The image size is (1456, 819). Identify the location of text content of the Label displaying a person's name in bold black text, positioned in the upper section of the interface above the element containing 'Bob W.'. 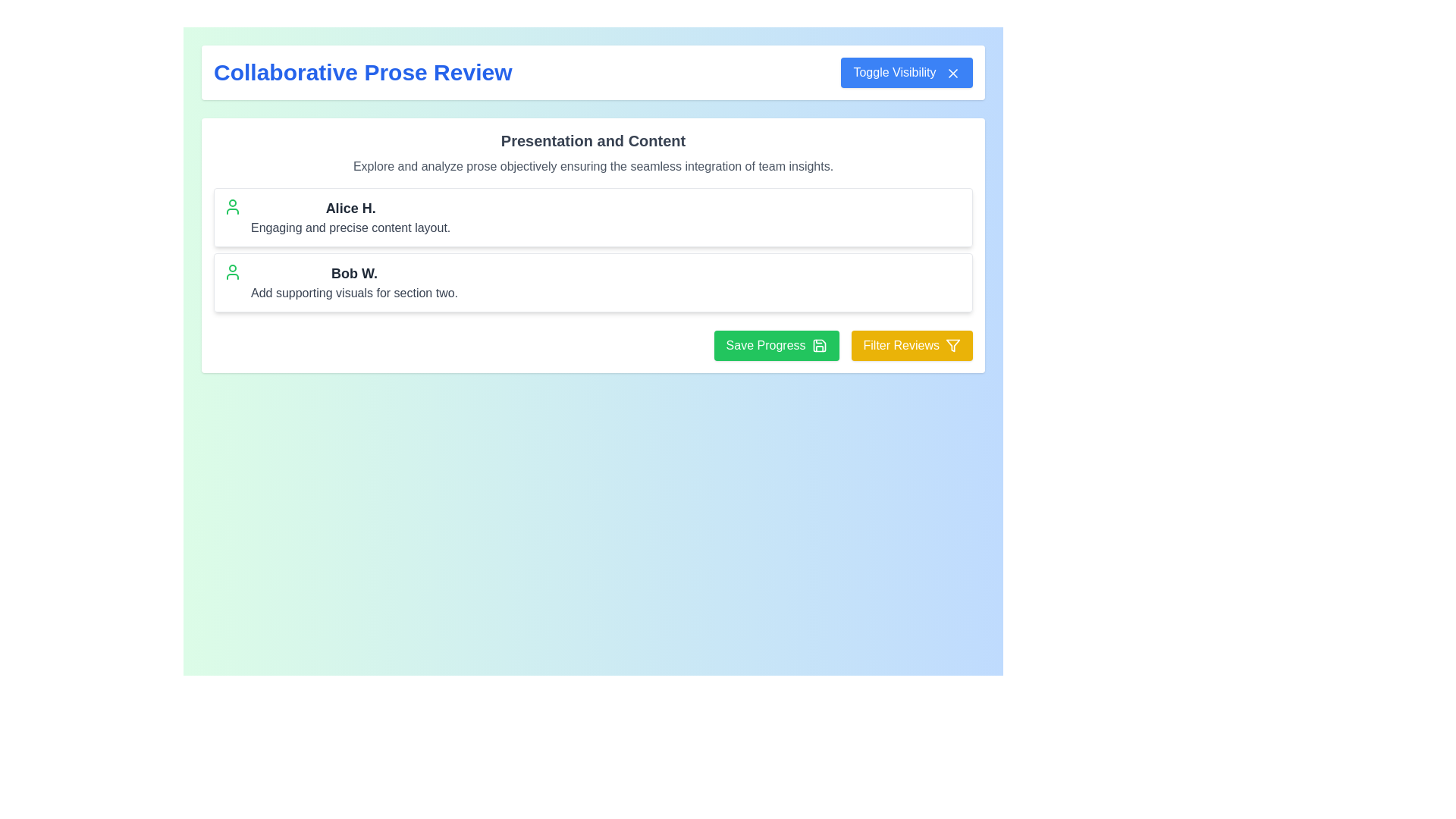
(350, 217).